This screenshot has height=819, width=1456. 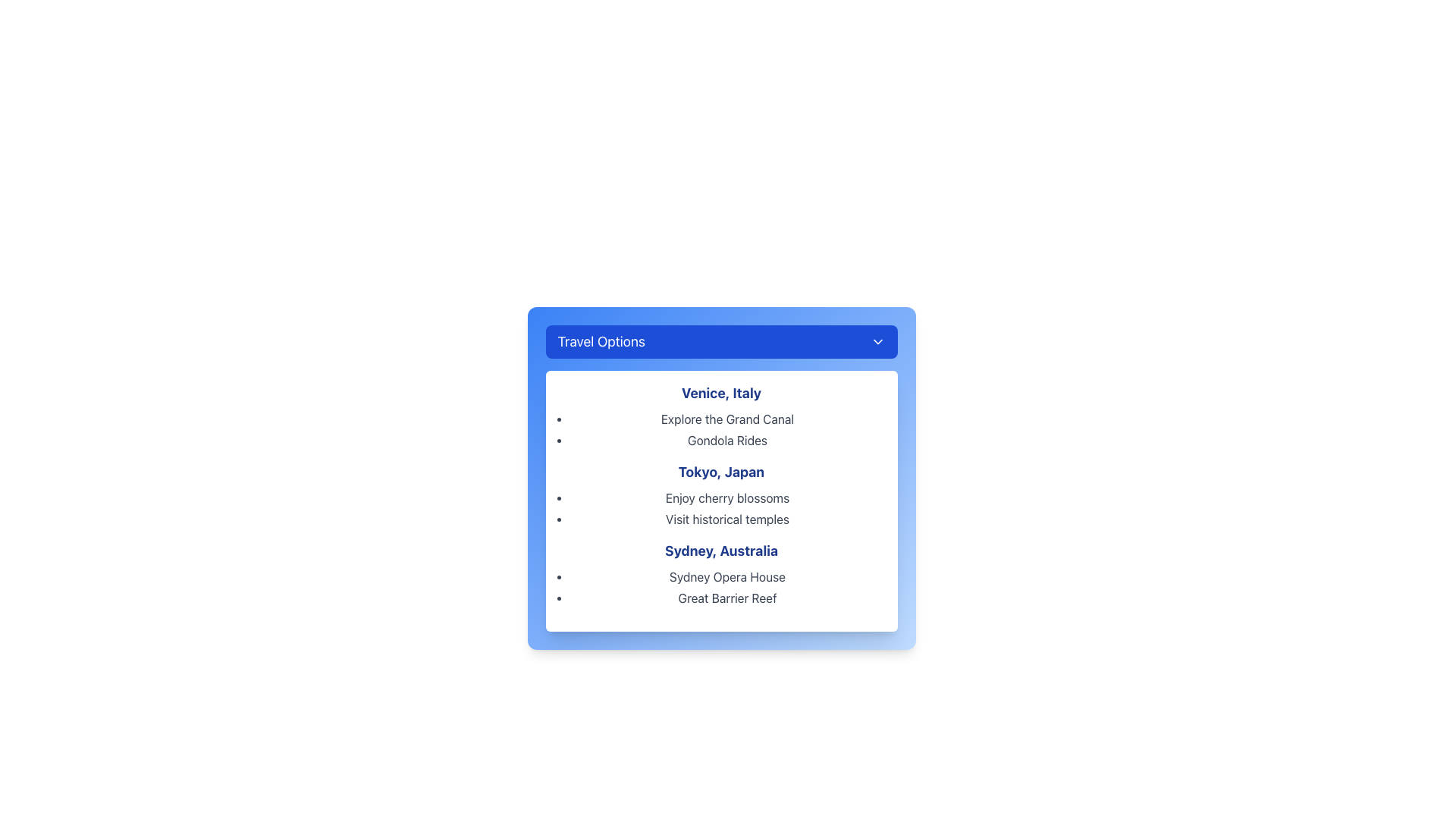 What do you see at coordinates (726, 587) in the screenshot?
I see `each attraction name listed under the 'Sydney, Australia' section, which is positioned directly below the blue, bold heading` at bounding box center [726, 587].